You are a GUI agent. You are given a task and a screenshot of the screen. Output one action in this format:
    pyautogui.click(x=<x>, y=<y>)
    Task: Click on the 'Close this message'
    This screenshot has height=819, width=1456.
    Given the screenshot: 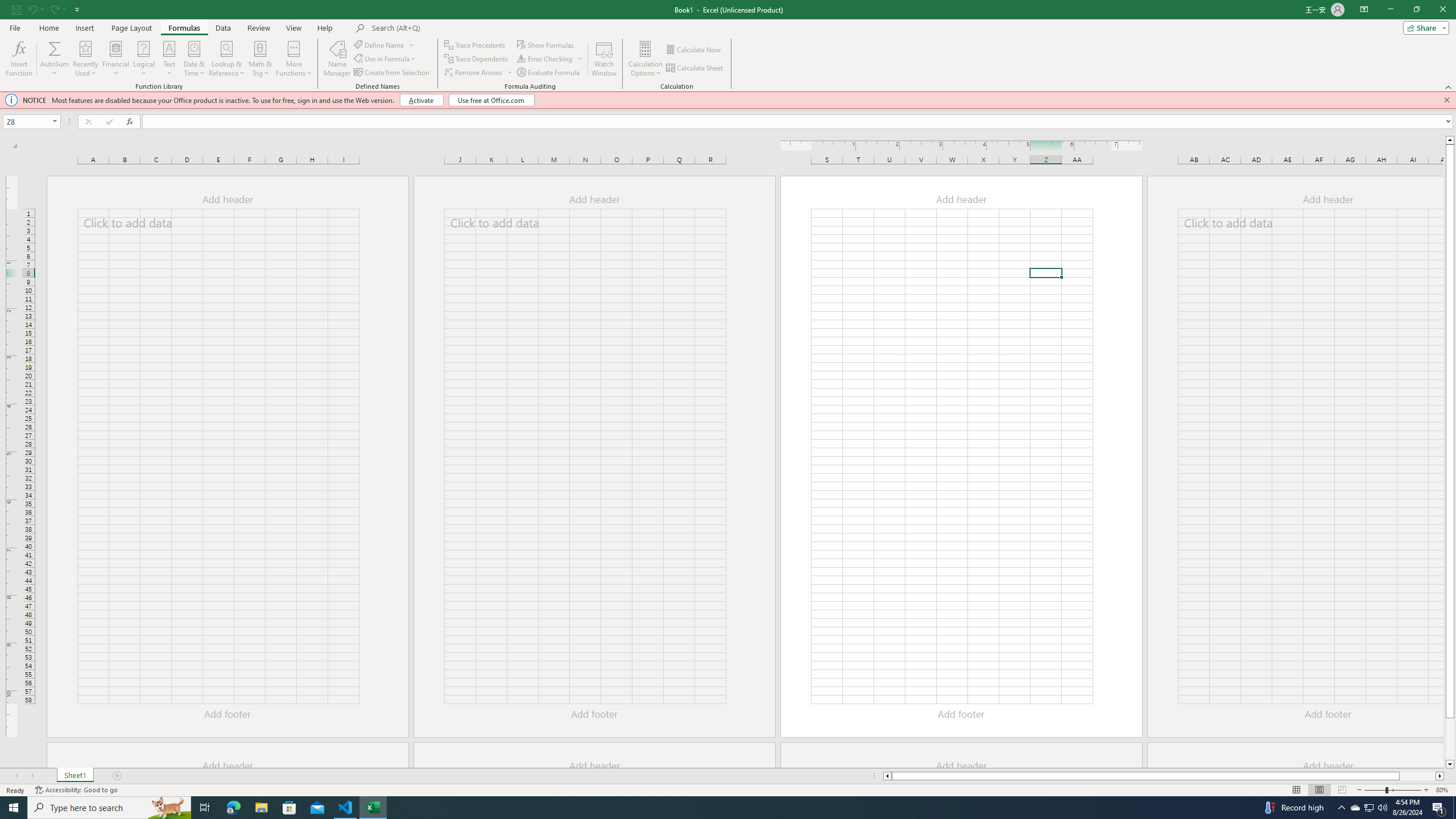 What is the action you would take?
    pyautogui.click(x=1446, y=100)
    